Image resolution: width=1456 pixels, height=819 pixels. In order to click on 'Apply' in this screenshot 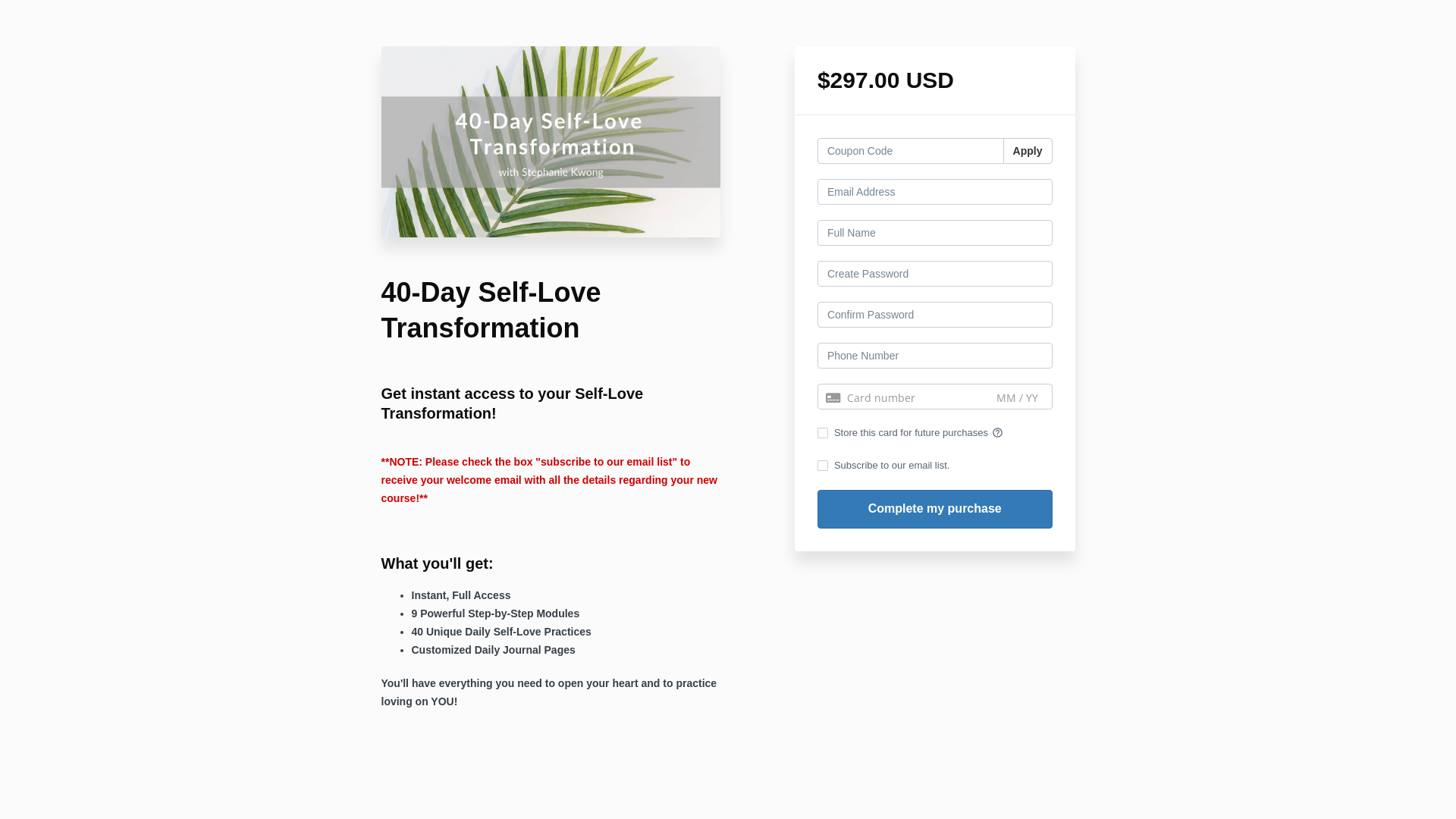, I will do `click(1028, 151)`.